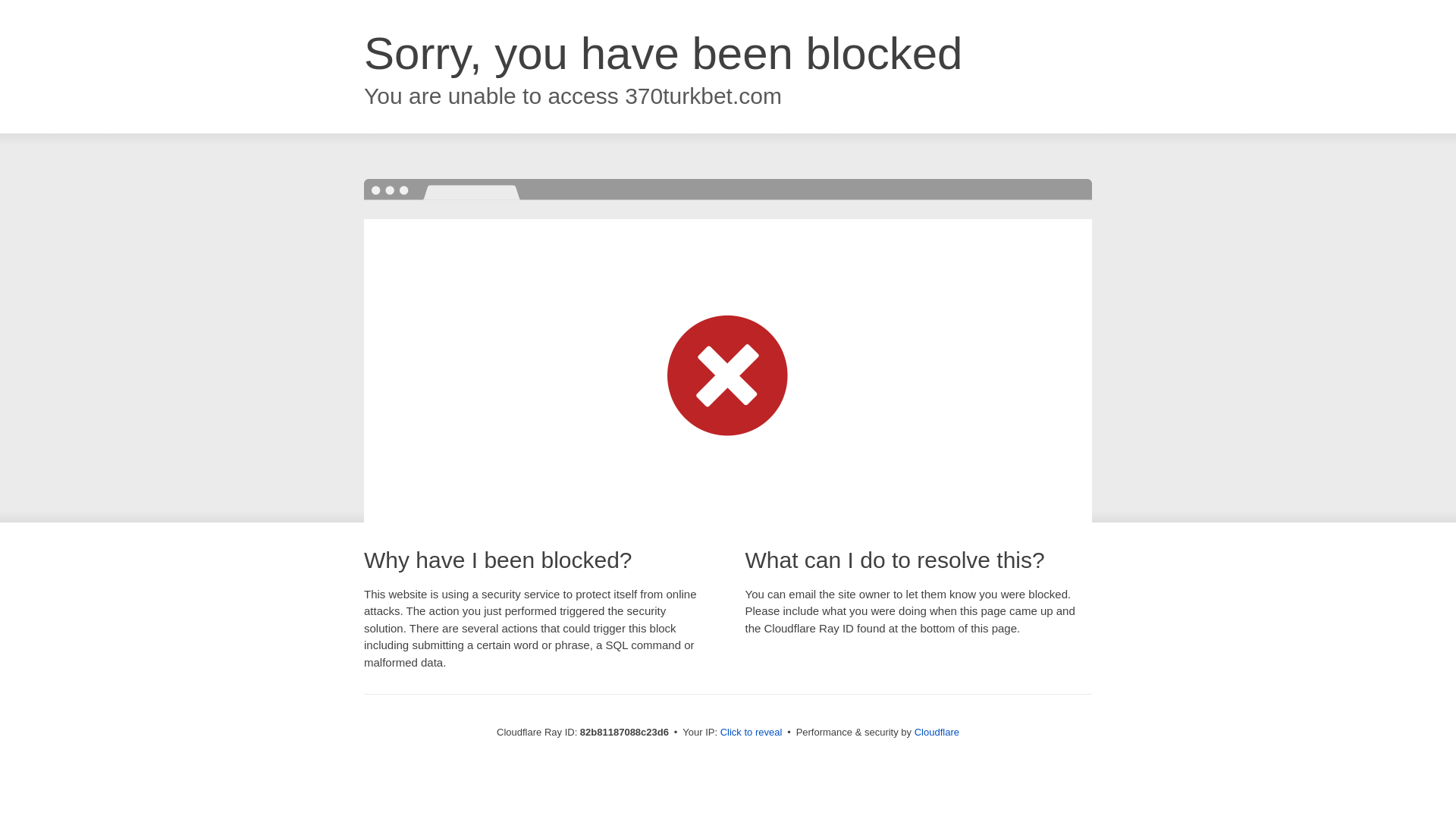 The height and width of the screenshot is (819, 1456). I want to click on 'Click to reveal', so click(720, 731).